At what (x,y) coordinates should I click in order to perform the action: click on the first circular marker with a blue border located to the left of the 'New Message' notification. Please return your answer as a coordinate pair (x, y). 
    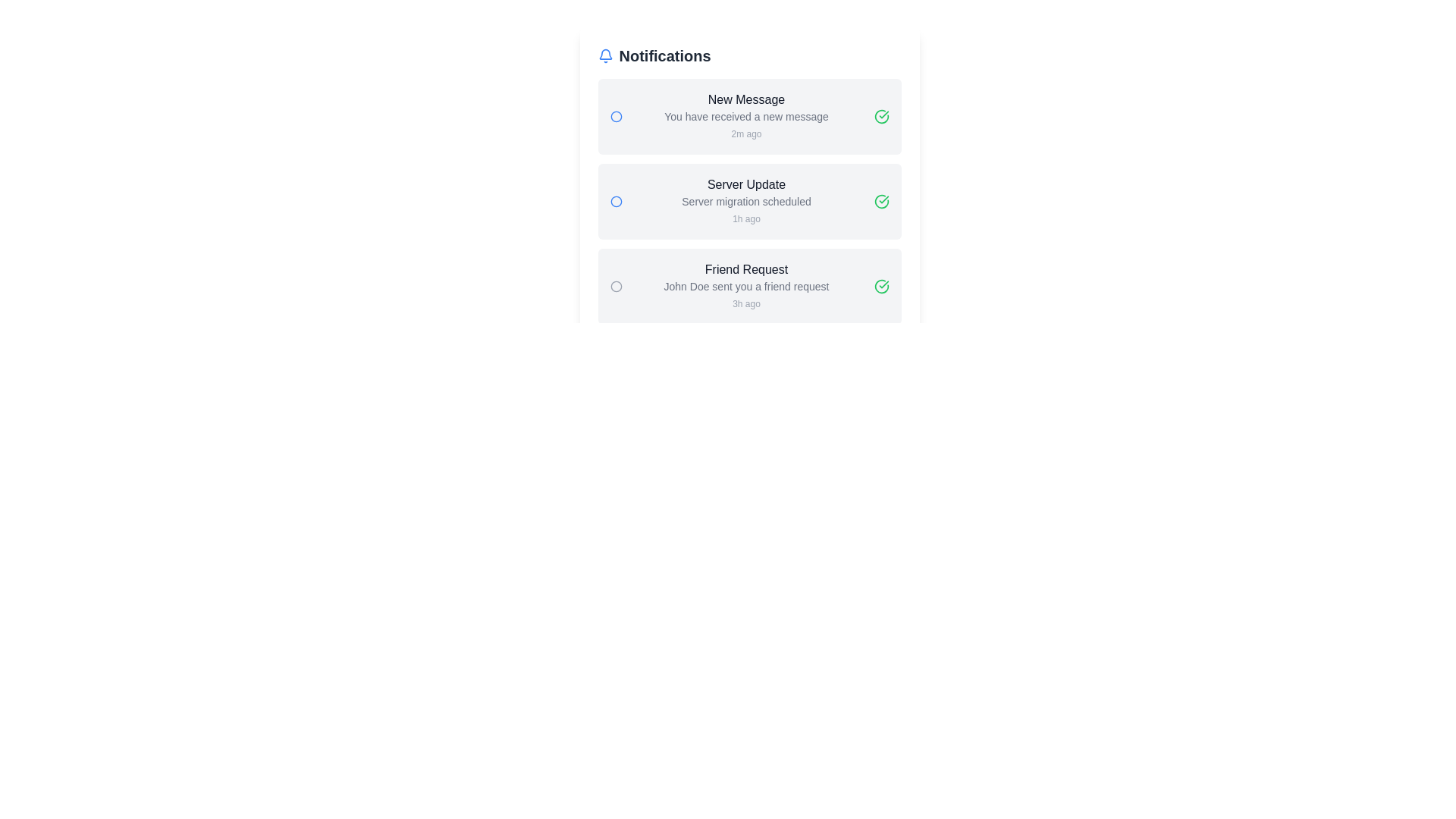
    Looking at the image, I should click on (616, 116).